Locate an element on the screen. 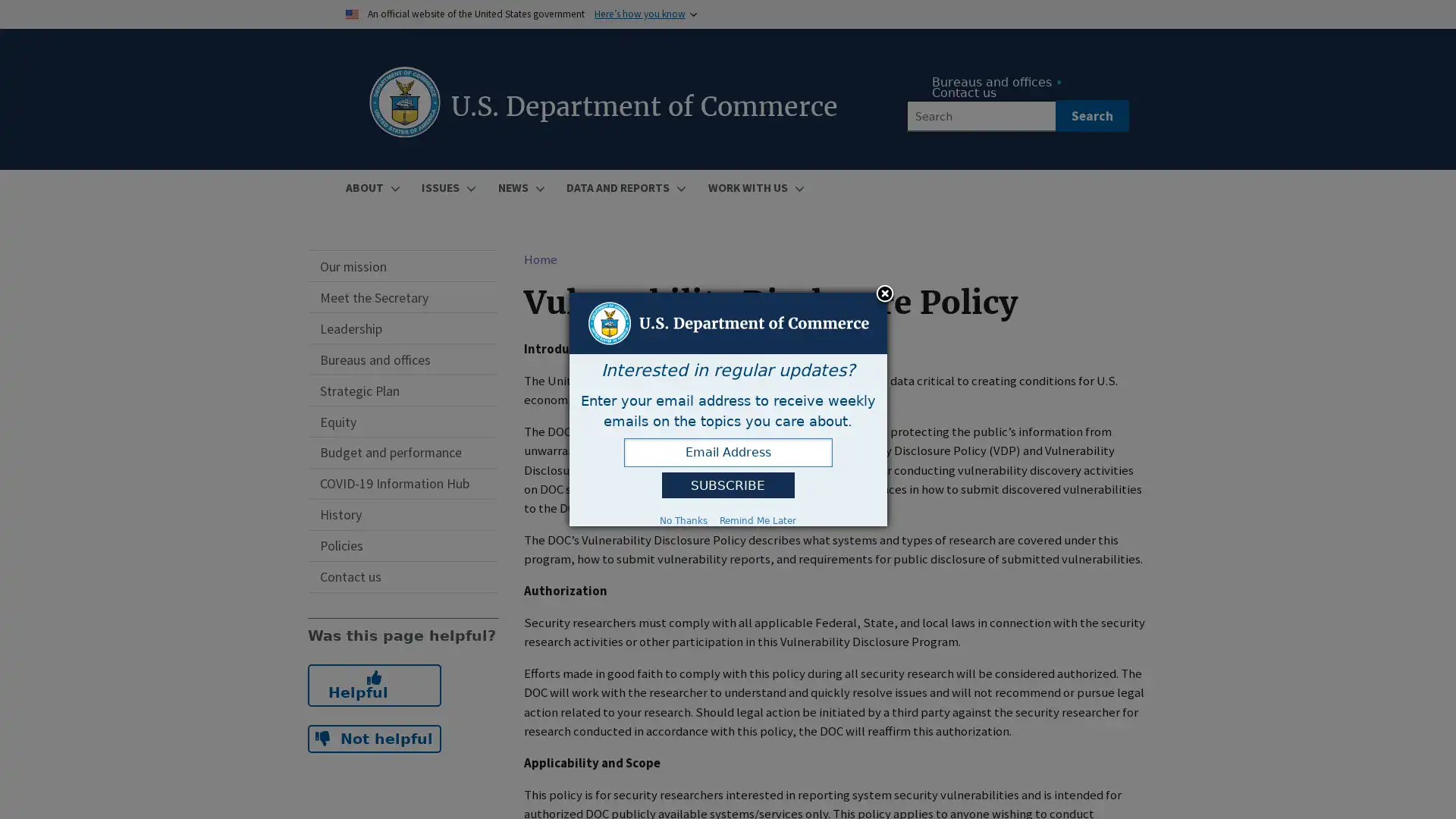 The height and width of the screenshot is (819, 1456). Not helpful is located at coordinates (374, 738).